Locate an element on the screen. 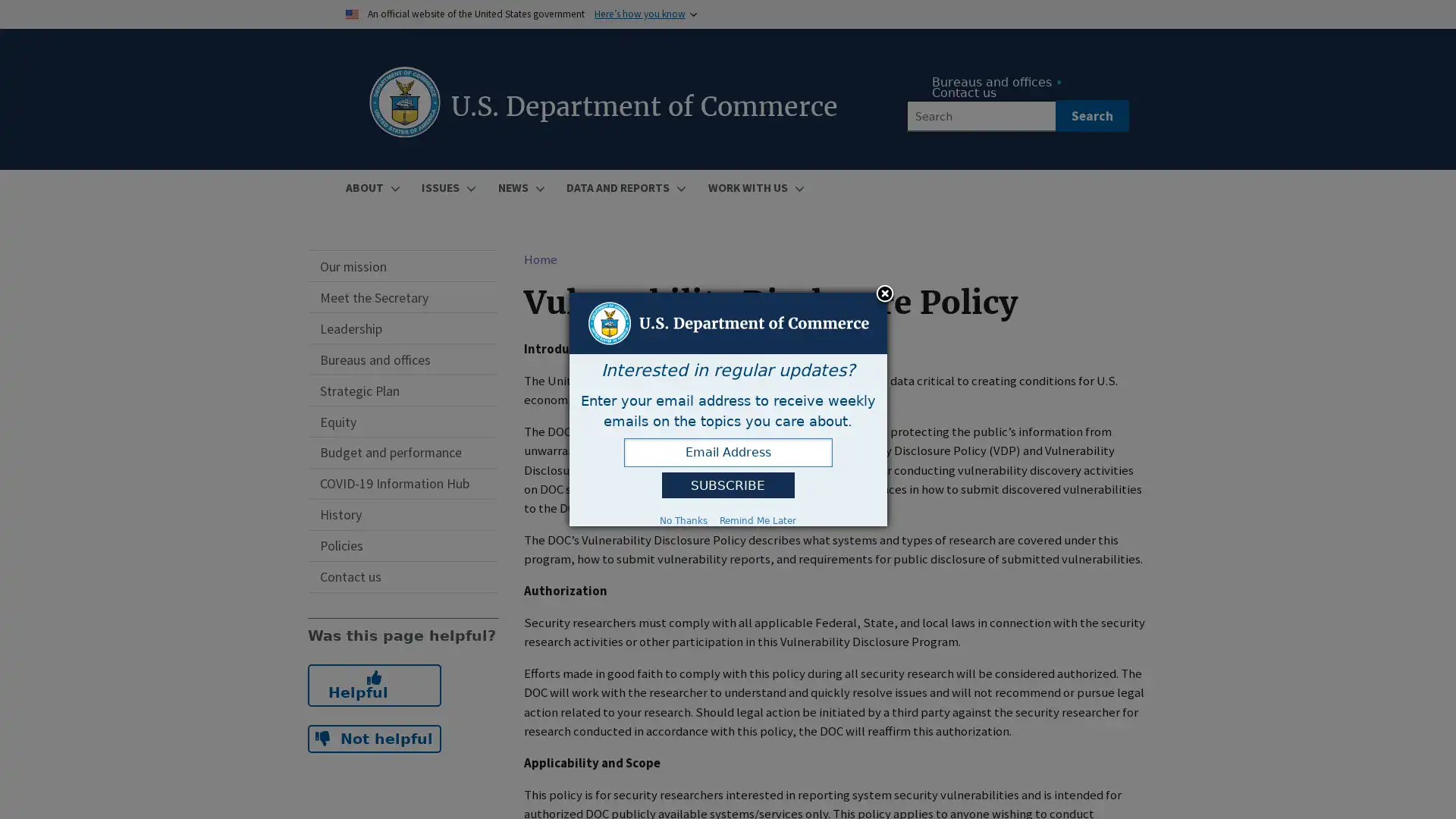 The height and width of the screenshot is (819, 1456). Not helpful is located at coordinates (374, 738).